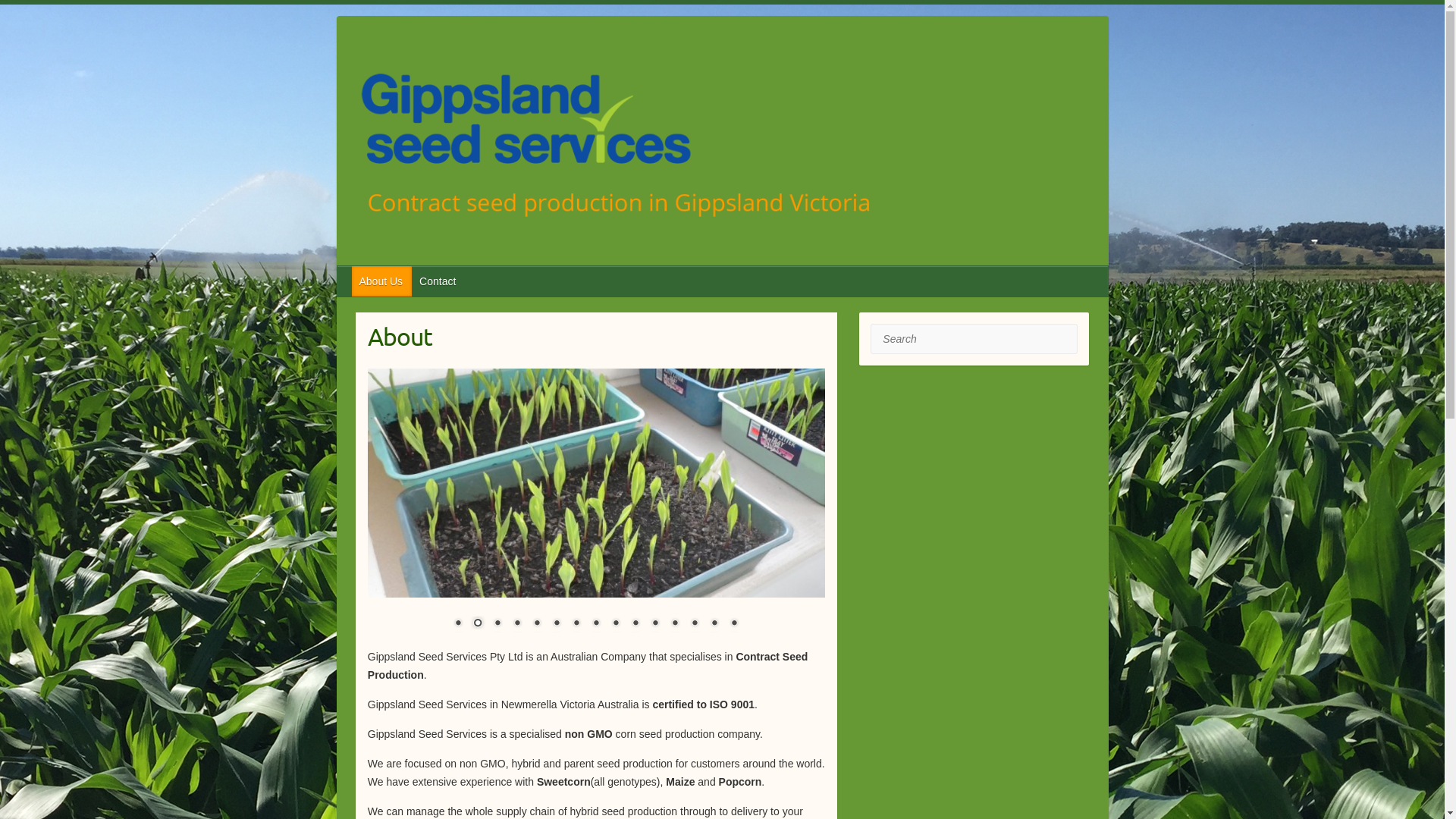  Describe the element at coordinates (595, 623) in the screenshot. I see `'8'` at that location.